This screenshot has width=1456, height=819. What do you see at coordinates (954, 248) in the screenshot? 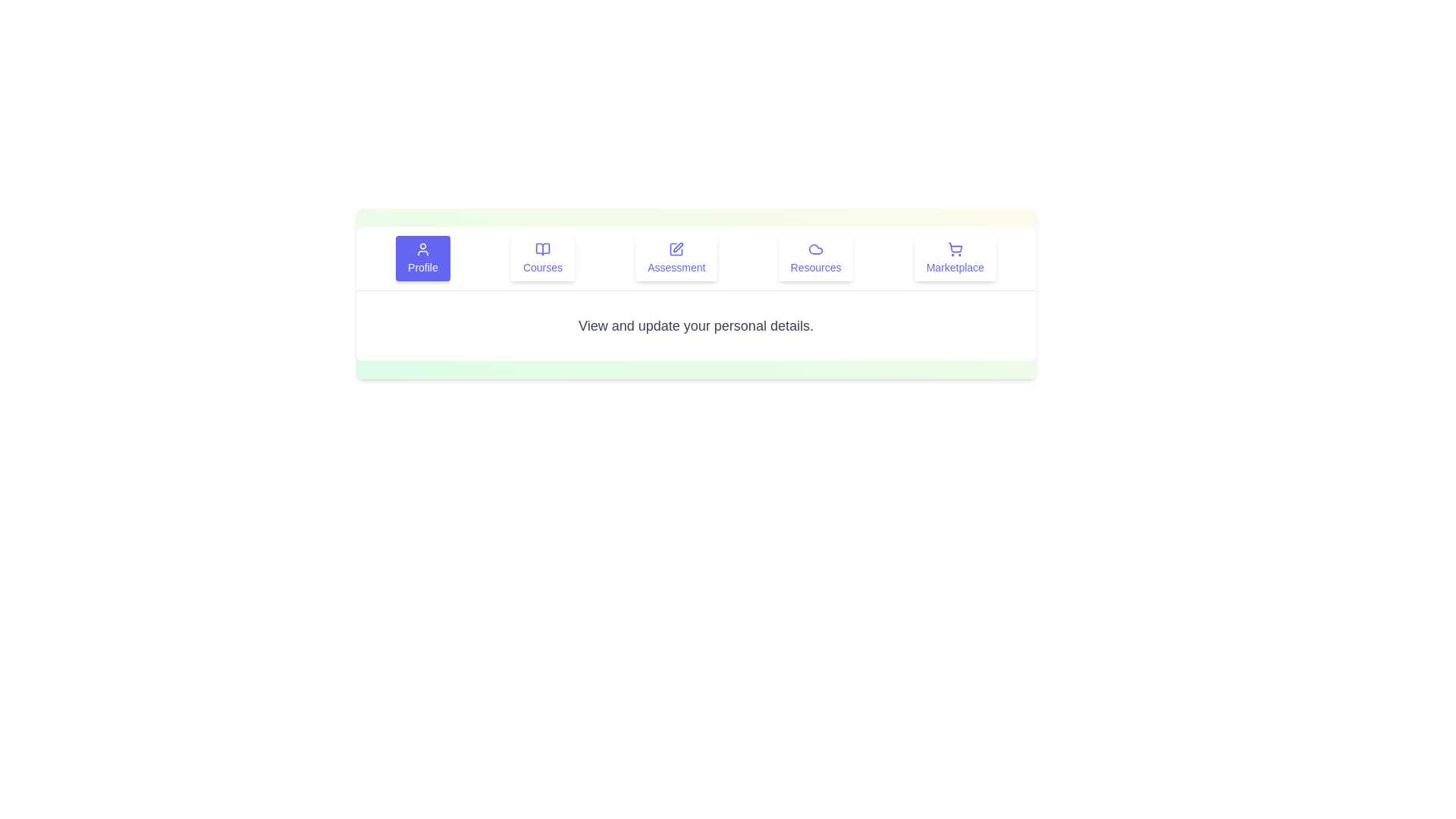
I see `the shopping cart SVG icon located at the center-top section of the 'Marketplace' button, positioned above the text label 'Marketplace'` at bounding box center [954, 248].